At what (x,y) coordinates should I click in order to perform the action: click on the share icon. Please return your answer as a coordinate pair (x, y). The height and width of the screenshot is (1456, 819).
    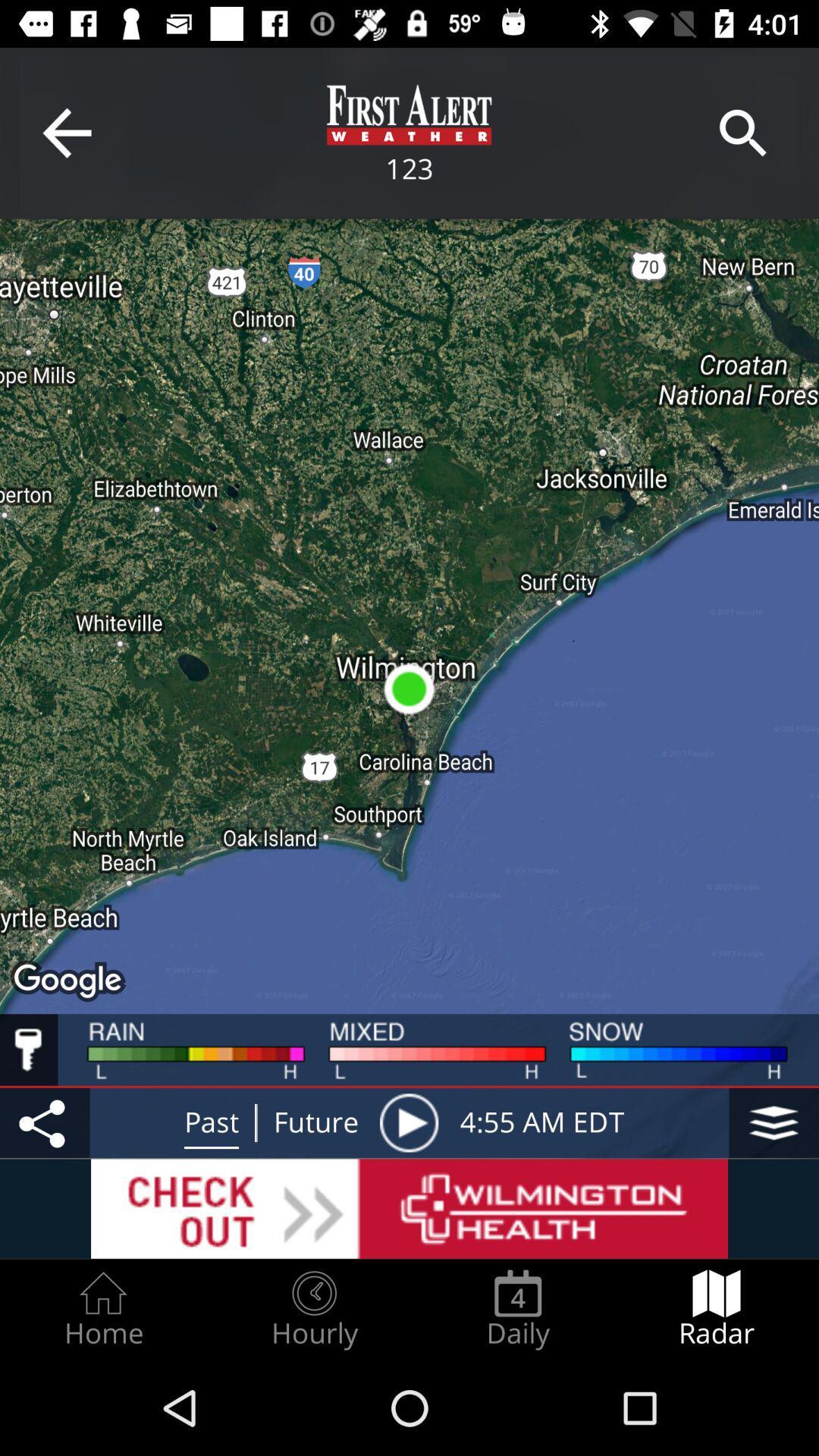
    Looking at the image, I should click on (44, 1122).